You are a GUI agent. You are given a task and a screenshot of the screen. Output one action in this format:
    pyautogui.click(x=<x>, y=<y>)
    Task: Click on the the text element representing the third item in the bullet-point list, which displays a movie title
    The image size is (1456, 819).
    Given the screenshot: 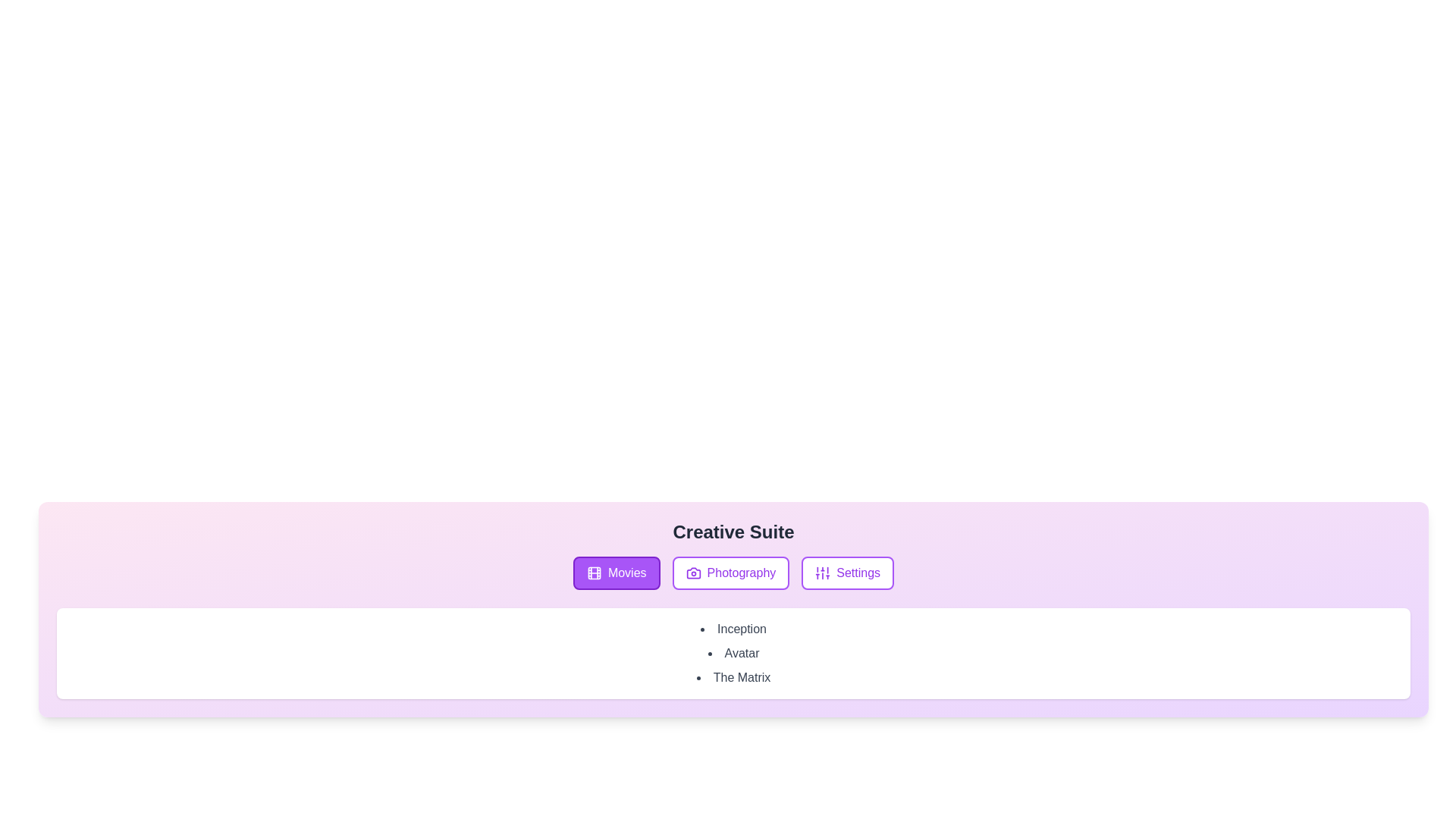 What is the action you would take?
    pyautogui.click(x=733, y=677)
    